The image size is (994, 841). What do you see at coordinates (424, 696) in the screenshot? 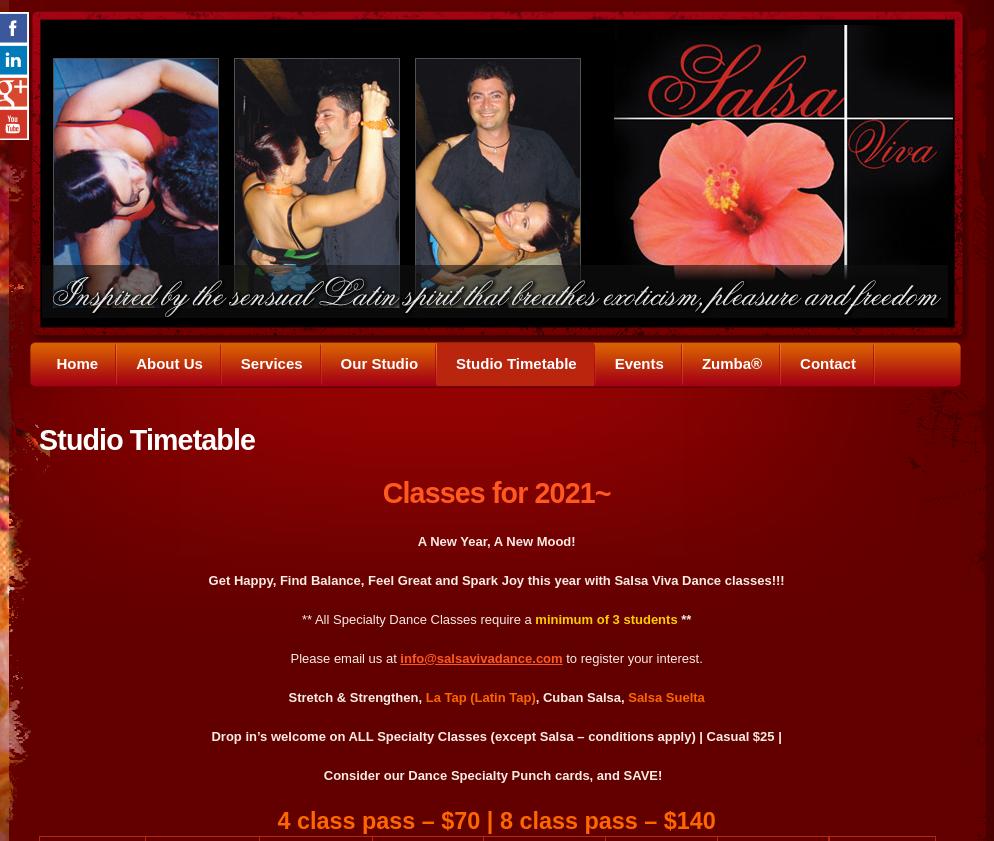
I see `'La Tap (Latin Tap)'` at bounding box center [424, 696].